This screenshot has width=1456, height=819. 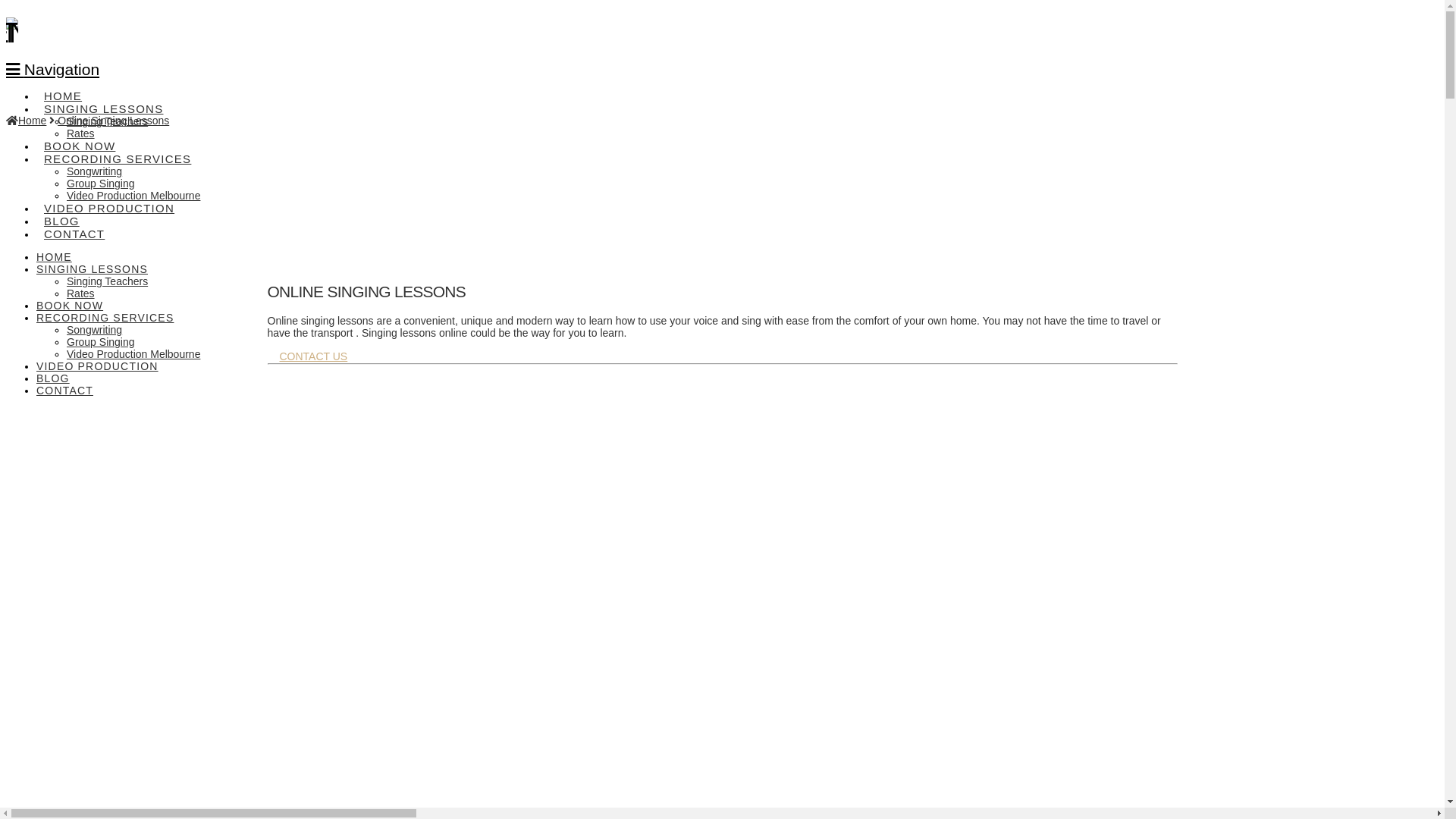 I want to click on 'Group Singing', so click(x=100, y=342).